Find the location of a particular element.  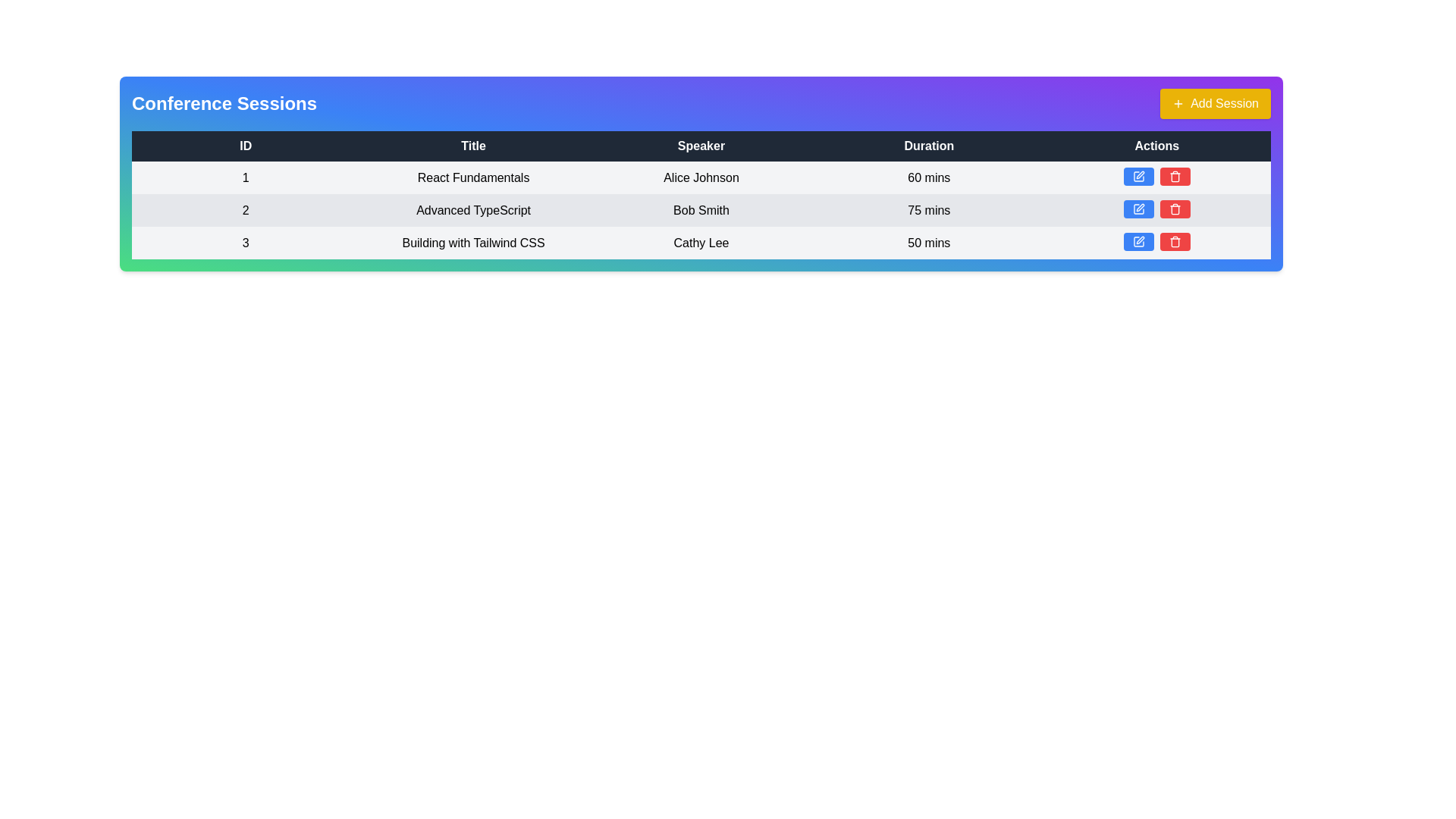

the red delete button with a trash can icon located is located at coordinates (1174, 209).